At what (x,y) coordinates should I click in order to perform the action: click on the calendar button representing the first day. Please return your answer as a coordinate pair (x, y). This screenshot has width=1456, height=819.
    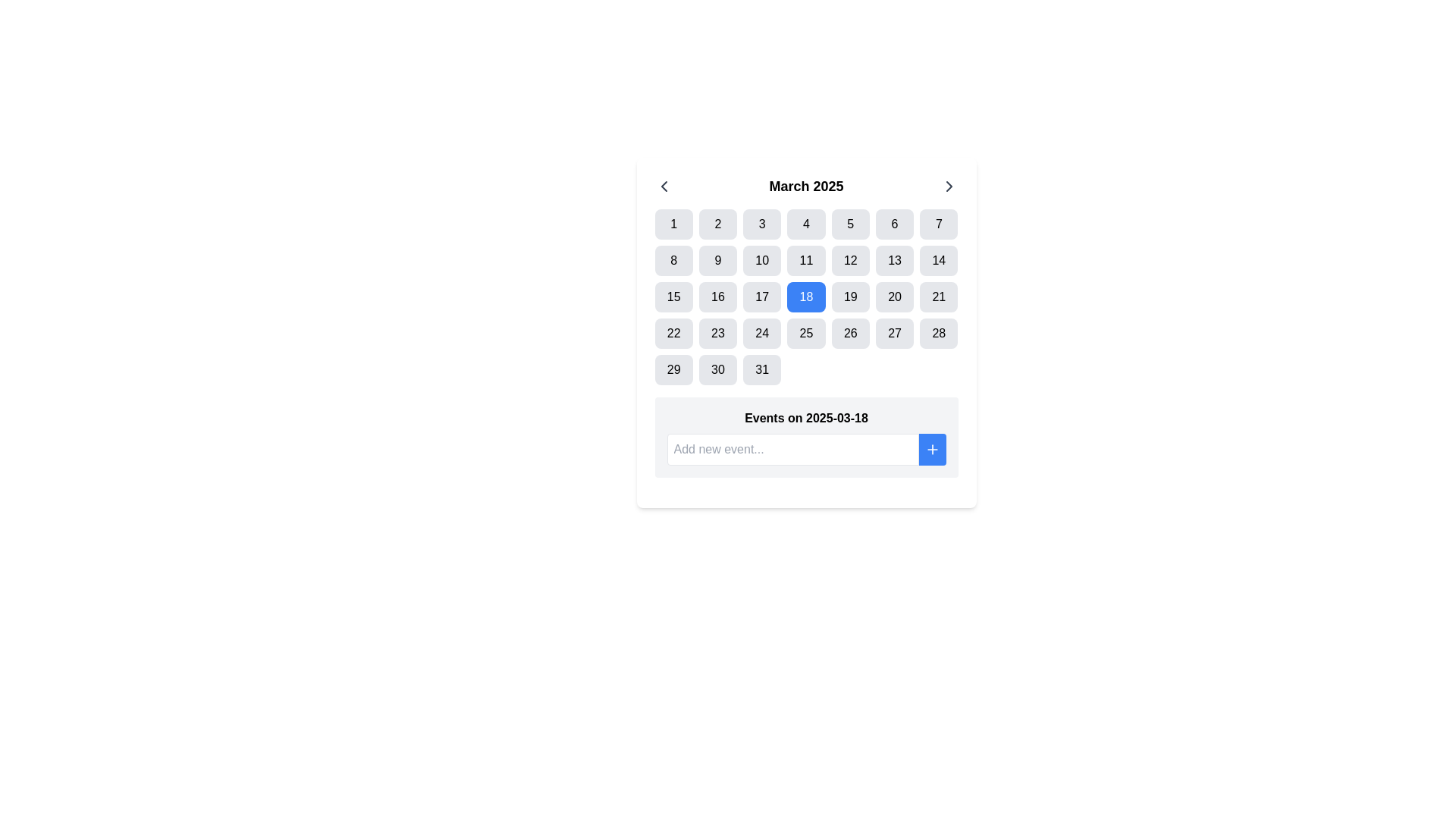
    Looking at the image, I should click on (673, 224).